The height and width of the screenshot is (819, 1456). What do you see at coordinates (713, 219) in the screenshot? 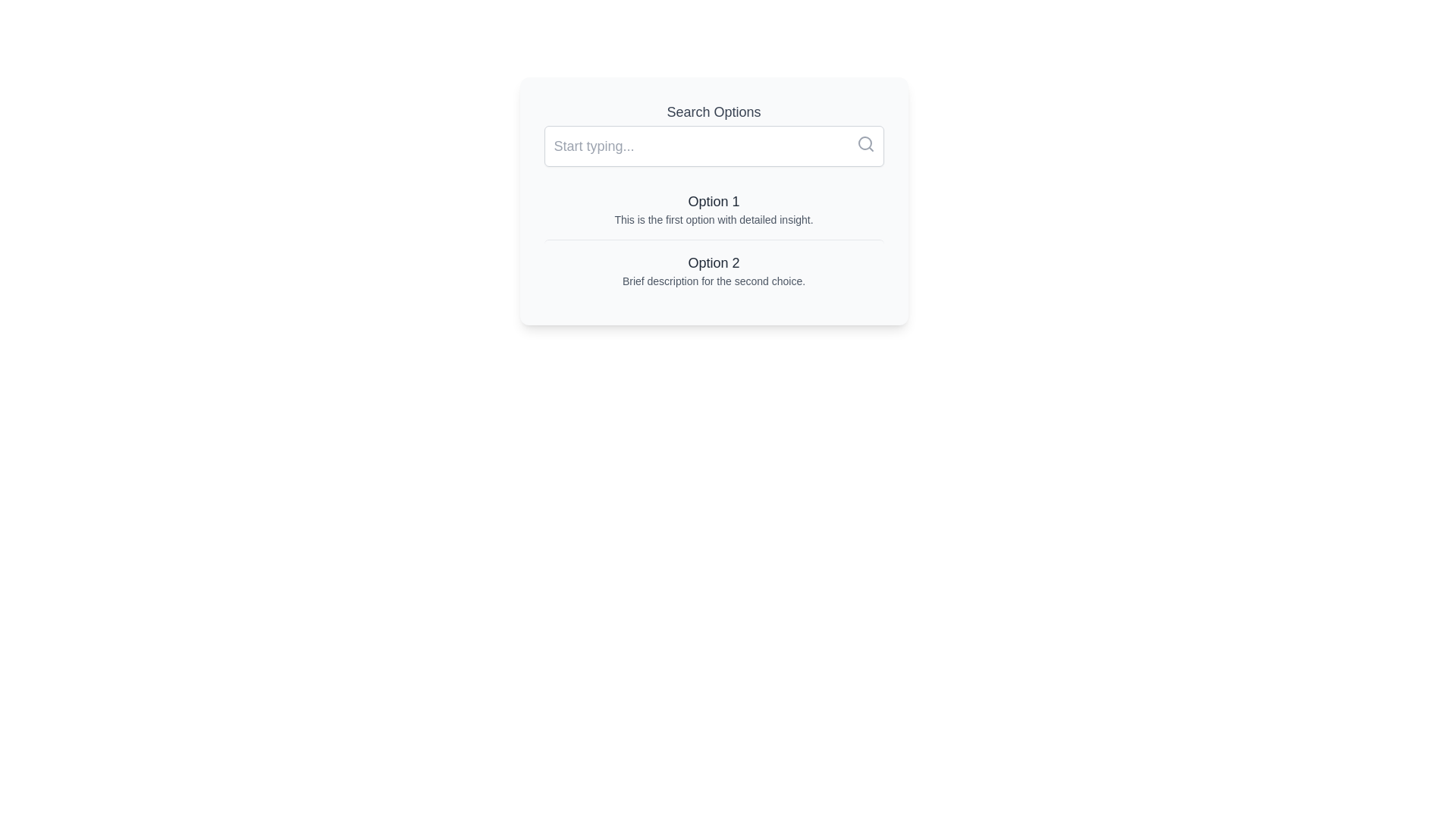
I see `the descriptive text element that provides additional information about 'Option 1', located directly beneath the 'Option 1' heading in a dropdown-style list` at bounding box center [713, 219].